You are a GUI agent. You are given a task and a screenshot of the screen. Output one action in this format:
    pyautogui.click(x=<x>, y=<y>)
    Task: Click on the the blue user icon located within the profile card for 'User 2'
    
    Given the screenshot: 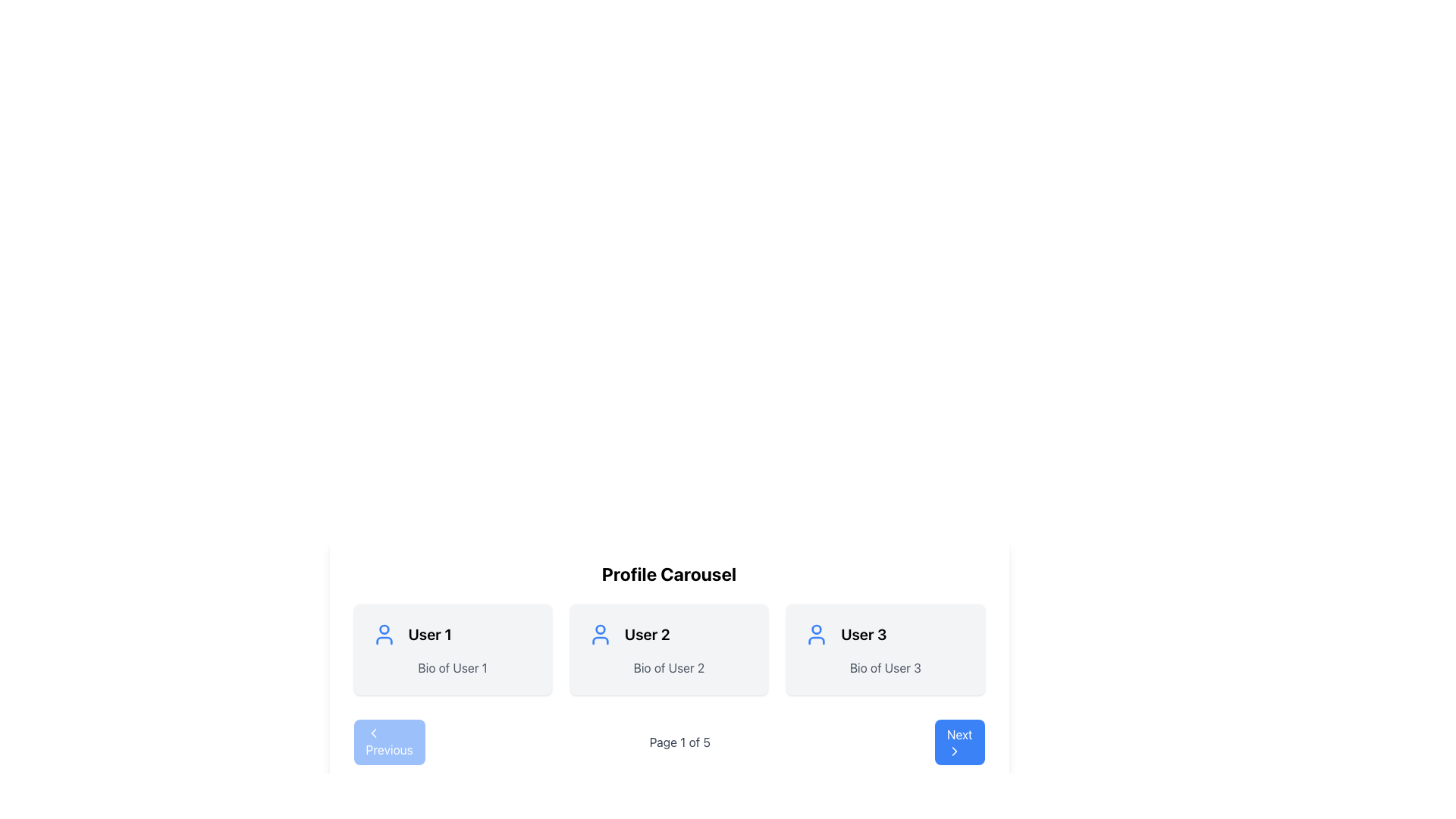 What is the action you would take?
    pyautogui.click(x=599, y=635)
    